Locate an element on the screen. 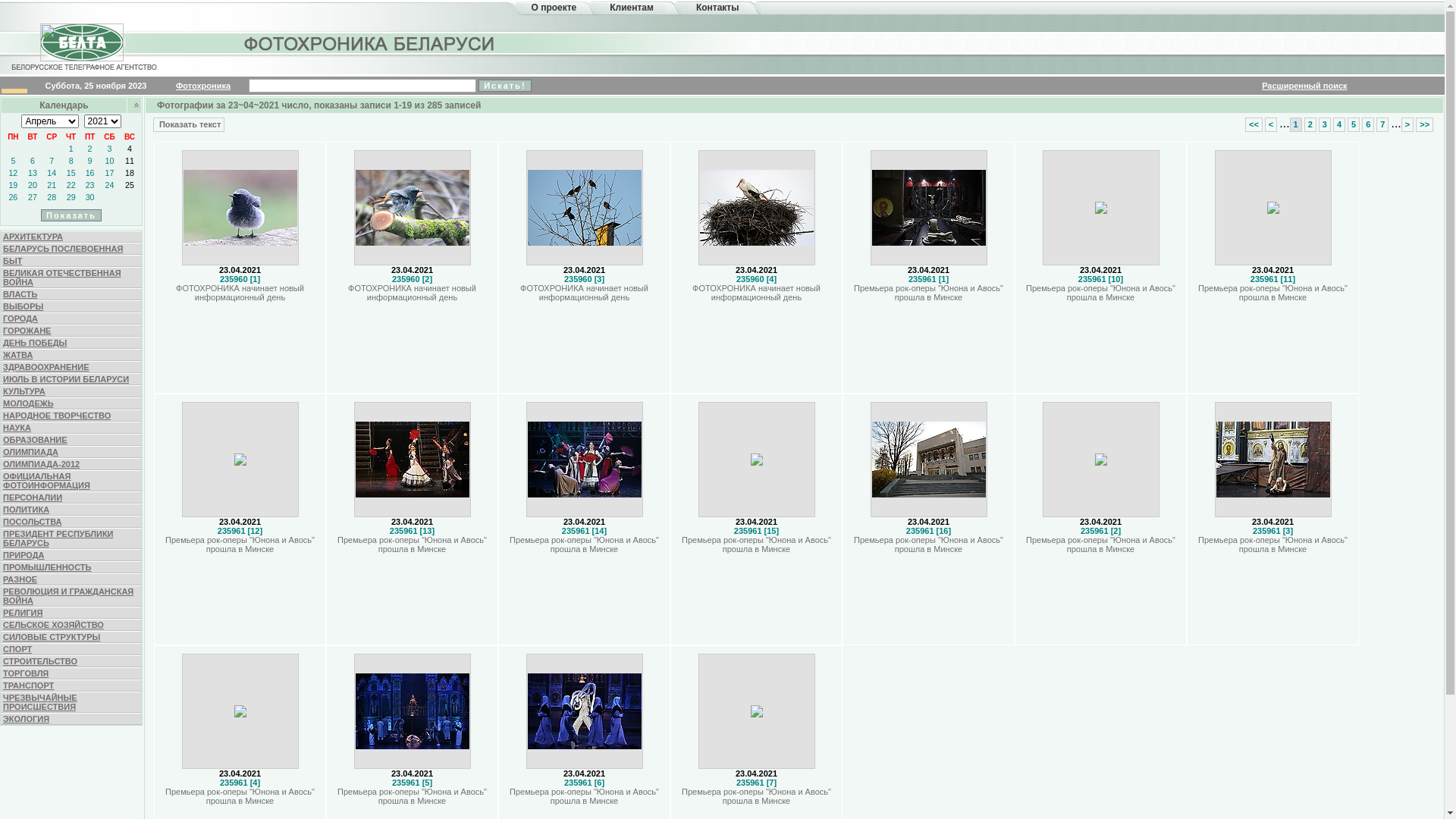 This screenshot has width=1456, height=819. '>>' is located at coordinates (1415, 123).